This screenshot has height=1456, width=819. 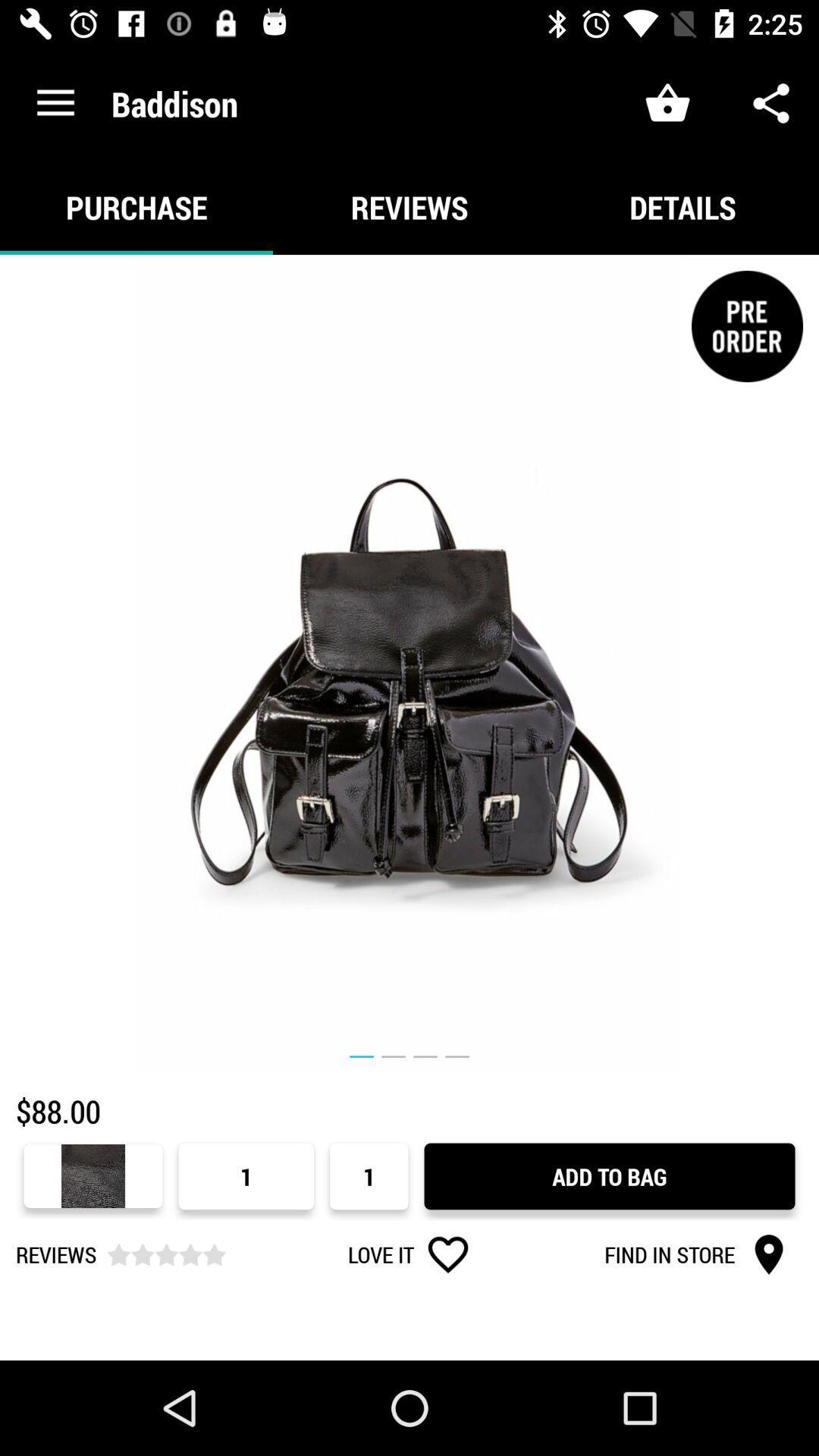 I want to click on the icon to the left of the baddison item, so click(x=55, y=102).